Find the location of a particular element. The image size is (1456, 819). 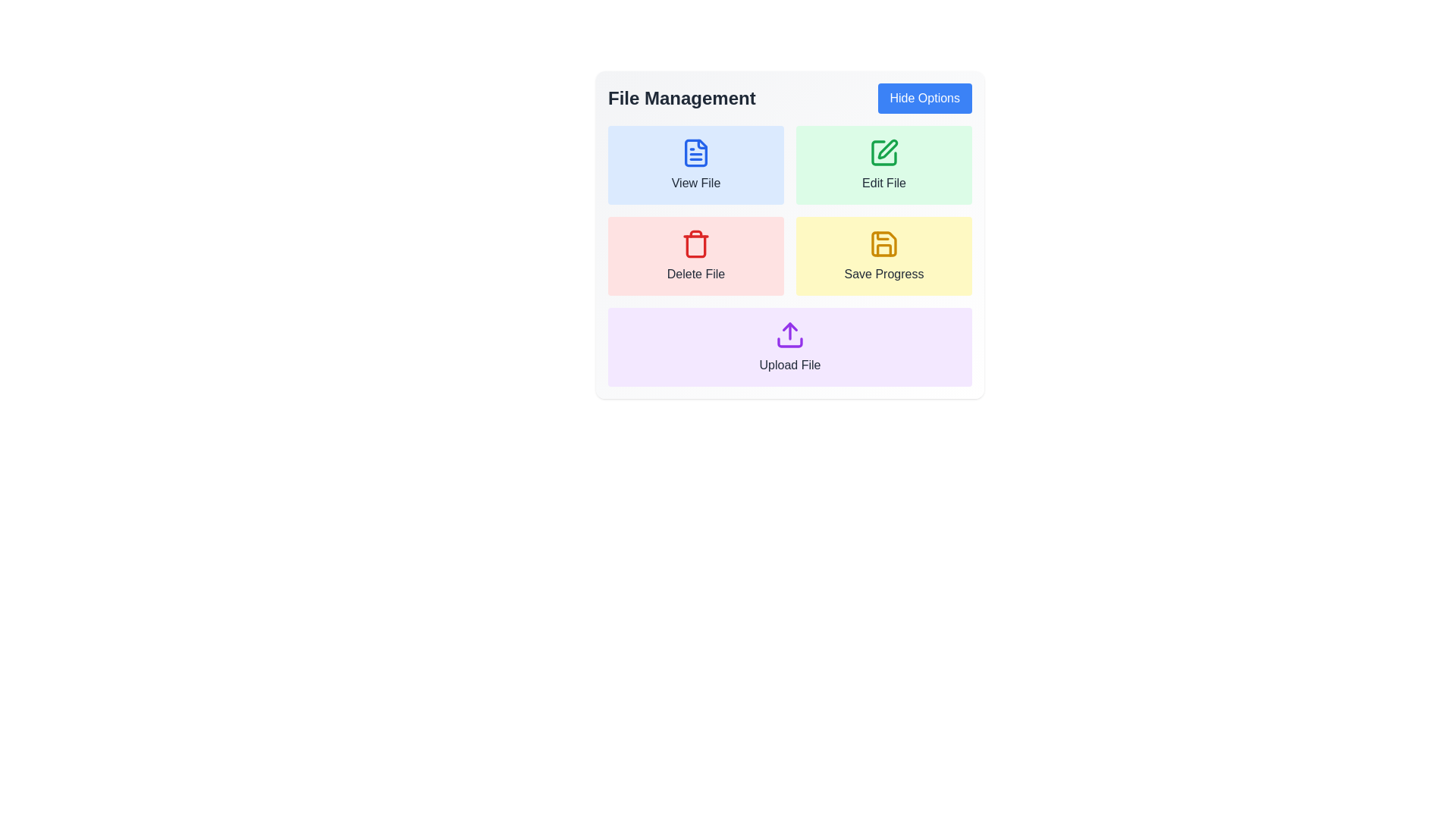

the yellow-orange save icon within the 'Save Progress' button is located at coordinates (884, 243).